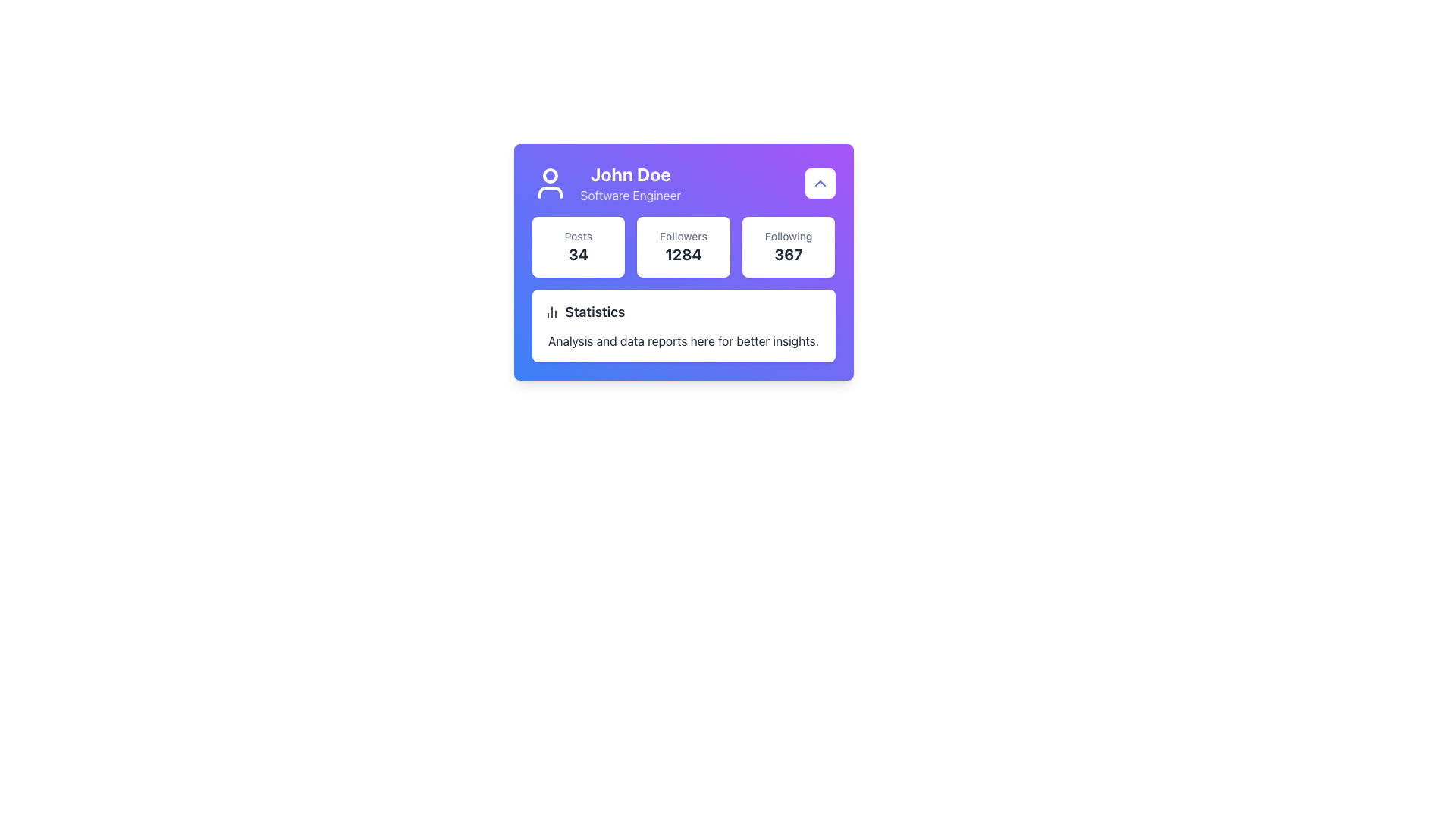  What do you see at coordinates (549, 174) in the screenshot?
I see `the visual appearance of the circular user avatar icon located at the top-left corner of the card, above the 'John Doe' text` at bounding box center [549, 174].